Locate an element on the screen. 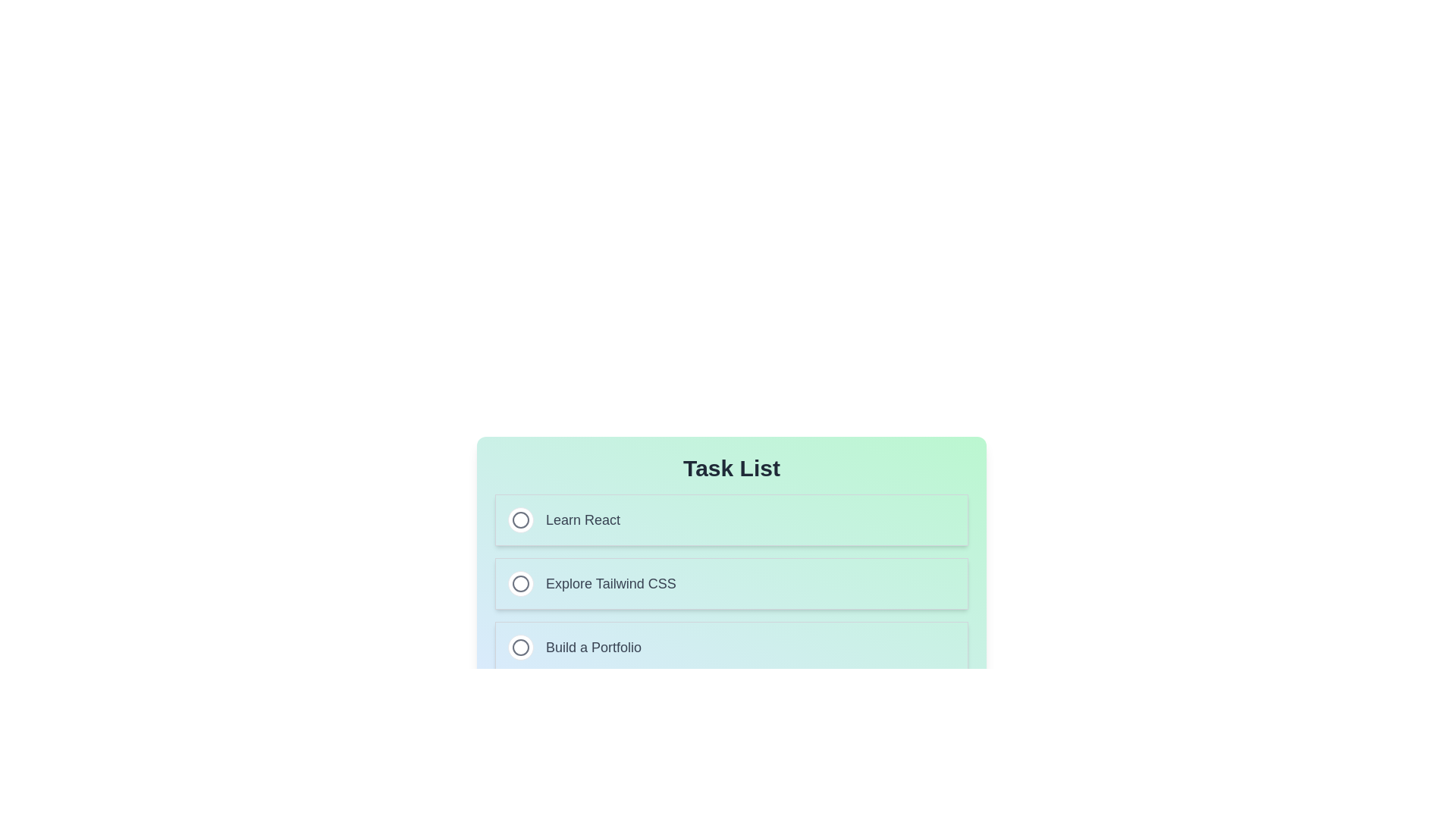 The image size is (1456, 819). the 'Task List' text element, which is a bold and large text located centrally at the top of the list layout, preceding other elements is located at coordinates (731, 467).